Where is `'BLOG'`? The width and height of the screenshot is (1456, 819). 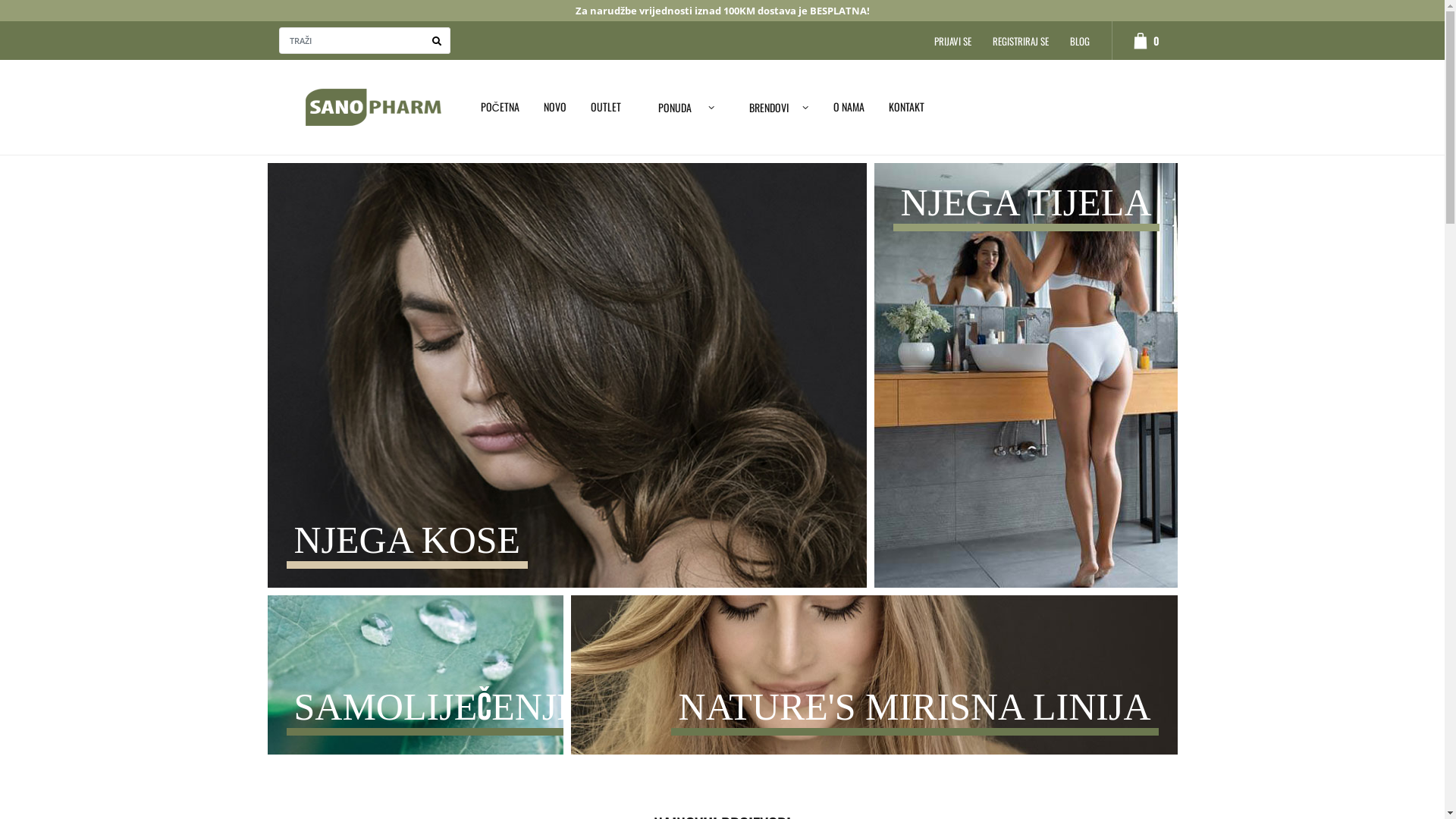
'BLOG' is located at coordinates (1079, 40).